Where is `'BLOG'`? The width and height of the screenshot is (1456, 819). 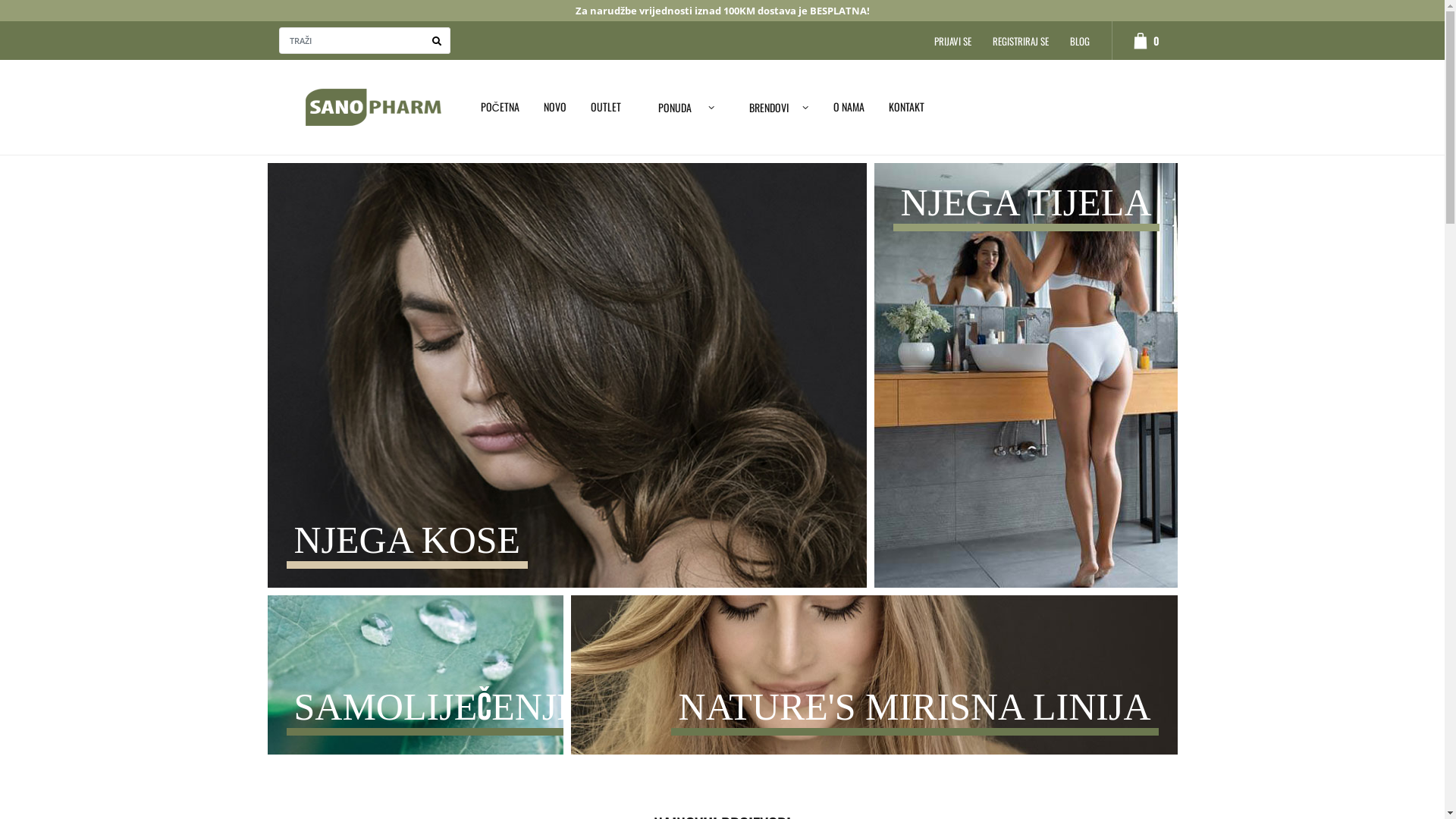
'BLOG' is located at coordinates (1079, 40).